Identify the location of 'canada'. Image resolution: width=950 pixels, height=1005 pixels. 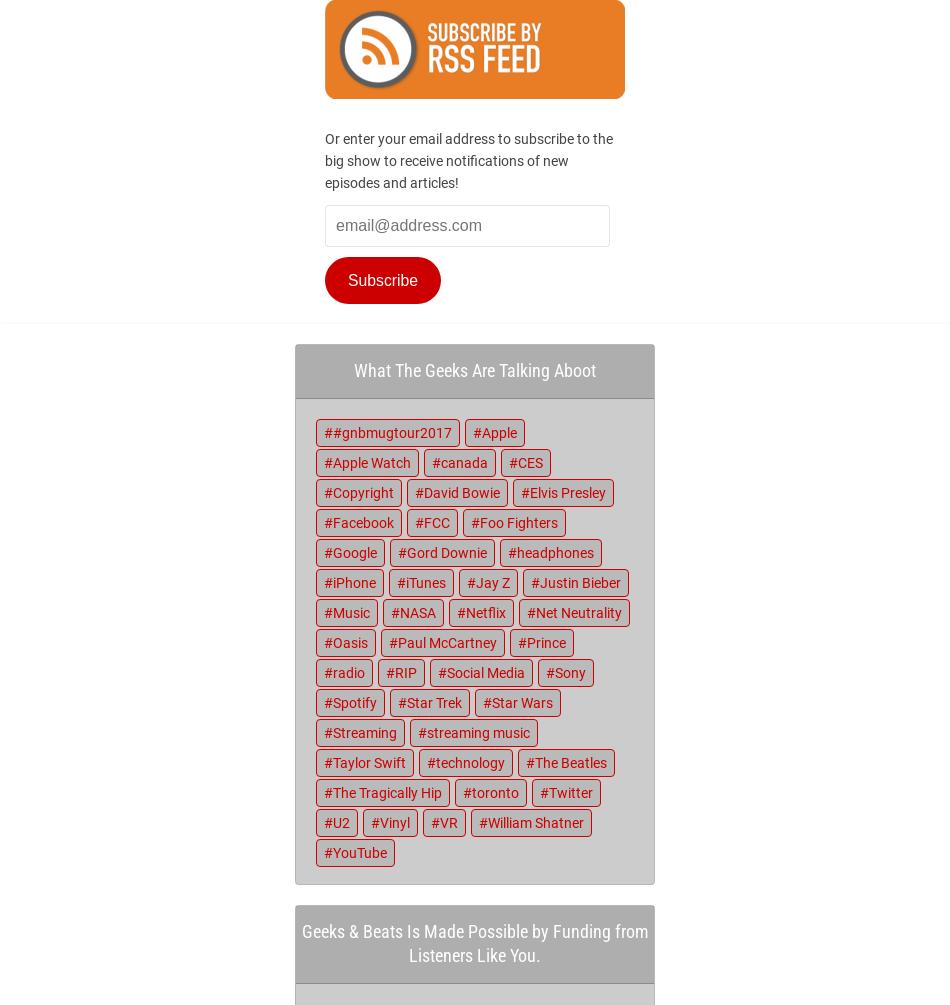
(463, 463).